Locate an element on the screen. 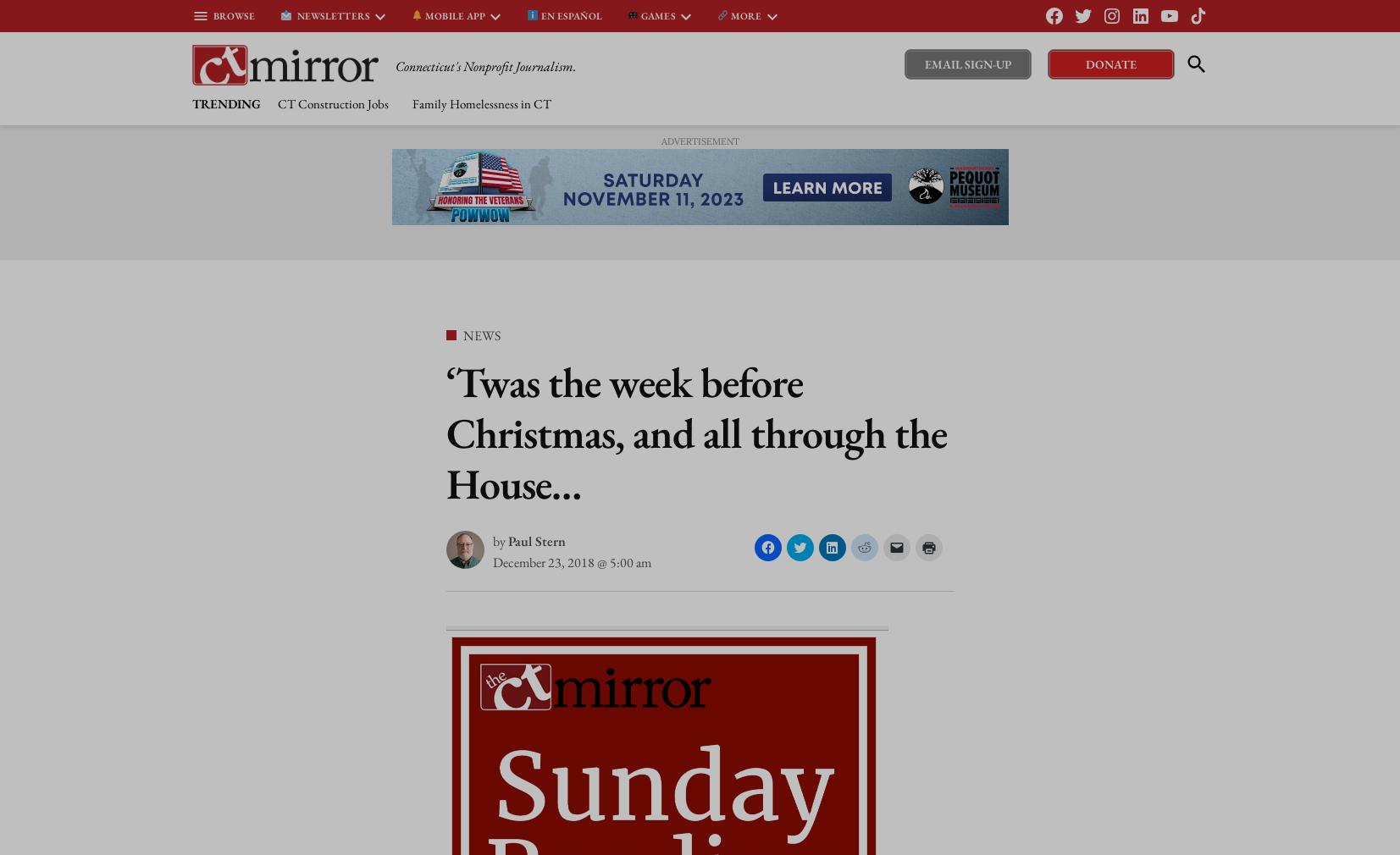 The width and height of the screenshot is (1400, 855). '‘Twas the week before Christmas, and all through the House…' is located at coordinates (694, 431).